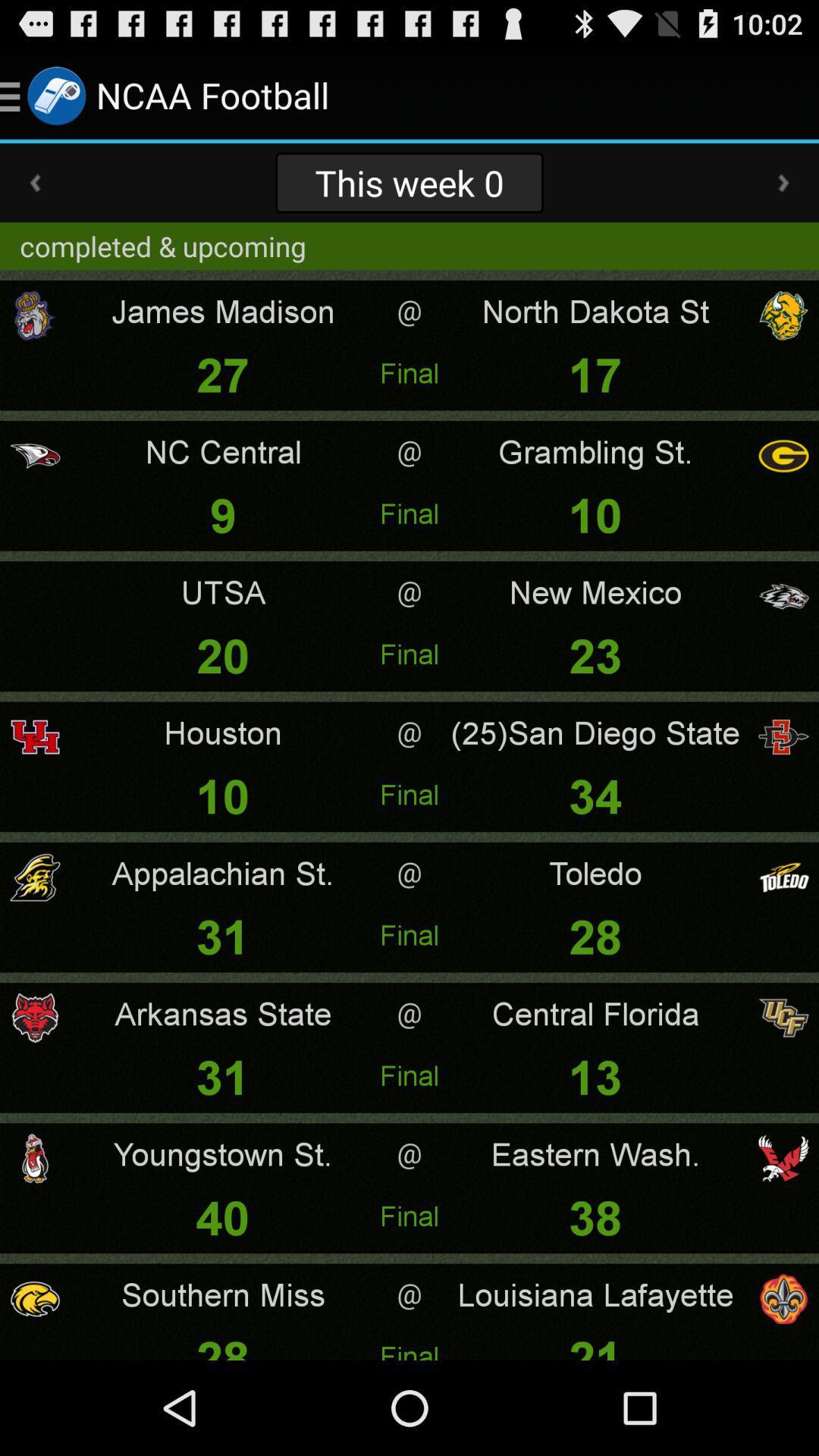 The width and height of the screenshot is (819, 1456). What do you see at coordinates (409, 182) in the screenshot?
I see `the this week 0` at bounding box center [409, 182].